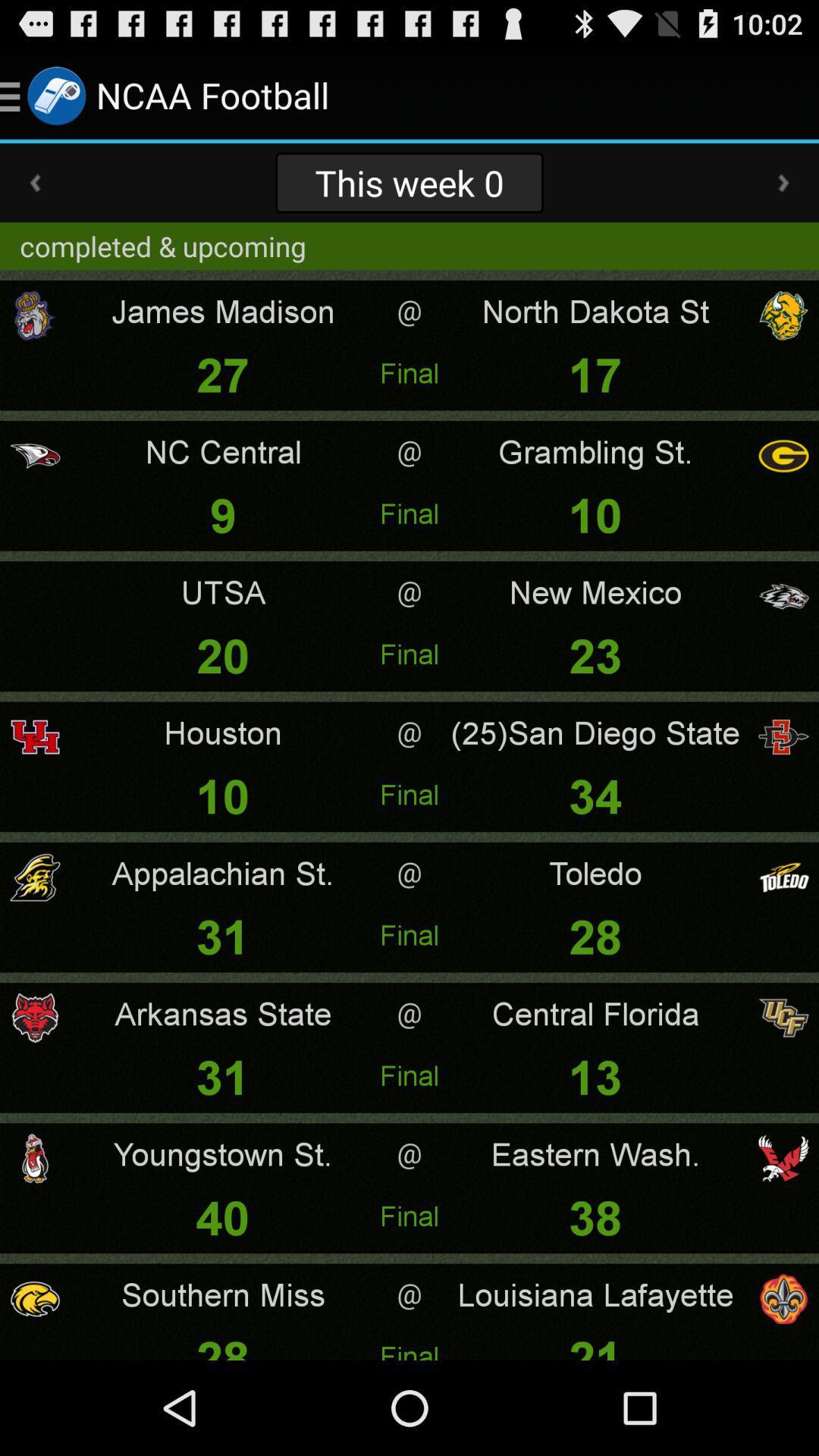 The width and height of the screenshot is (819, 1456). What do you see at coordinates (409, 182) in the screenshot?
I see `the this week 0` at bounding box center [409, 182].